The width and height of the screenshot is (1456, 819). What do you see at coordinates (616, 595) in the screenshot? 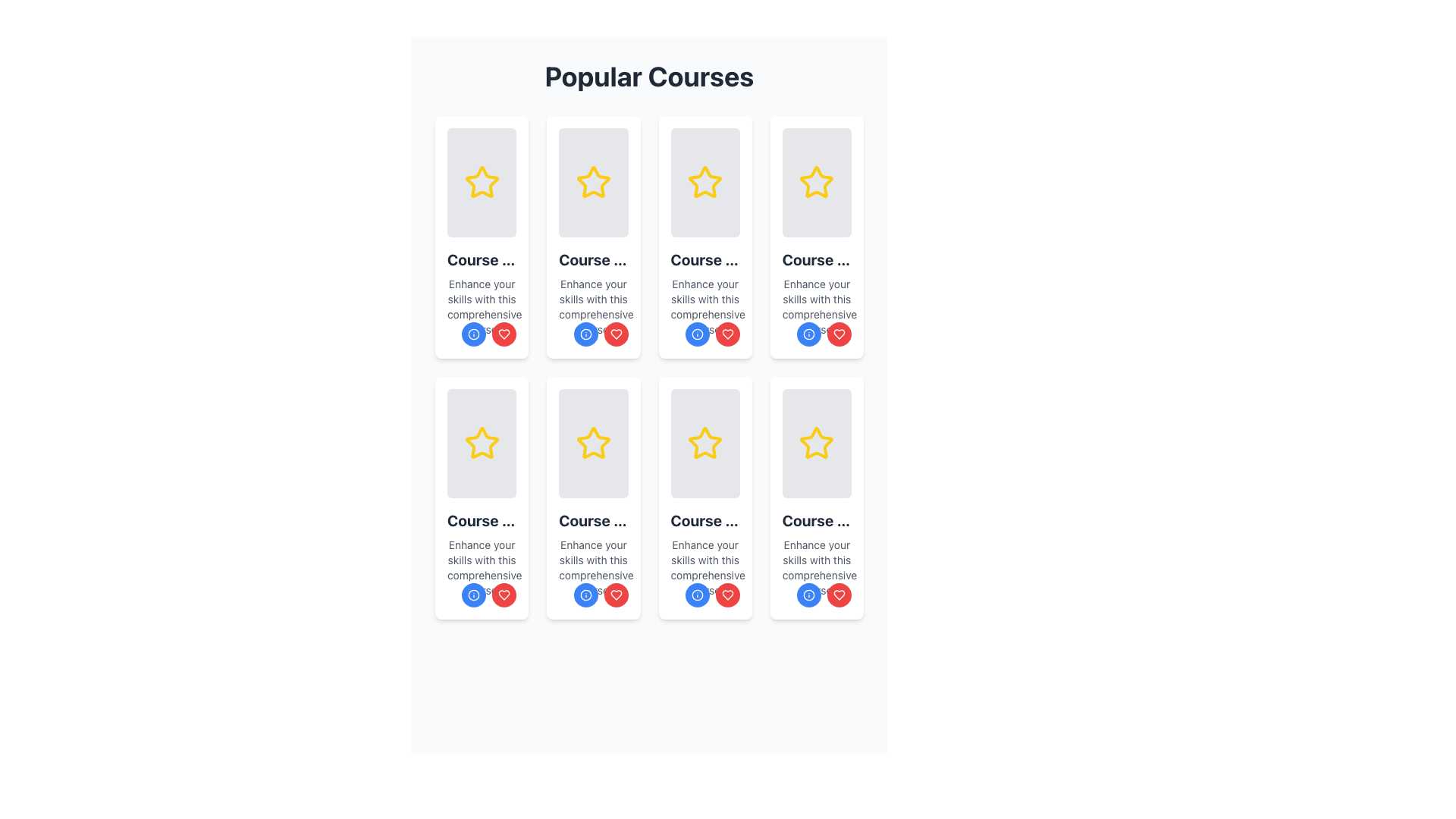
I see `the circular button with a red background and white heart icon located in the bottom-right corner of the 'Popular Courses' card` at bounding box center [616, 595].